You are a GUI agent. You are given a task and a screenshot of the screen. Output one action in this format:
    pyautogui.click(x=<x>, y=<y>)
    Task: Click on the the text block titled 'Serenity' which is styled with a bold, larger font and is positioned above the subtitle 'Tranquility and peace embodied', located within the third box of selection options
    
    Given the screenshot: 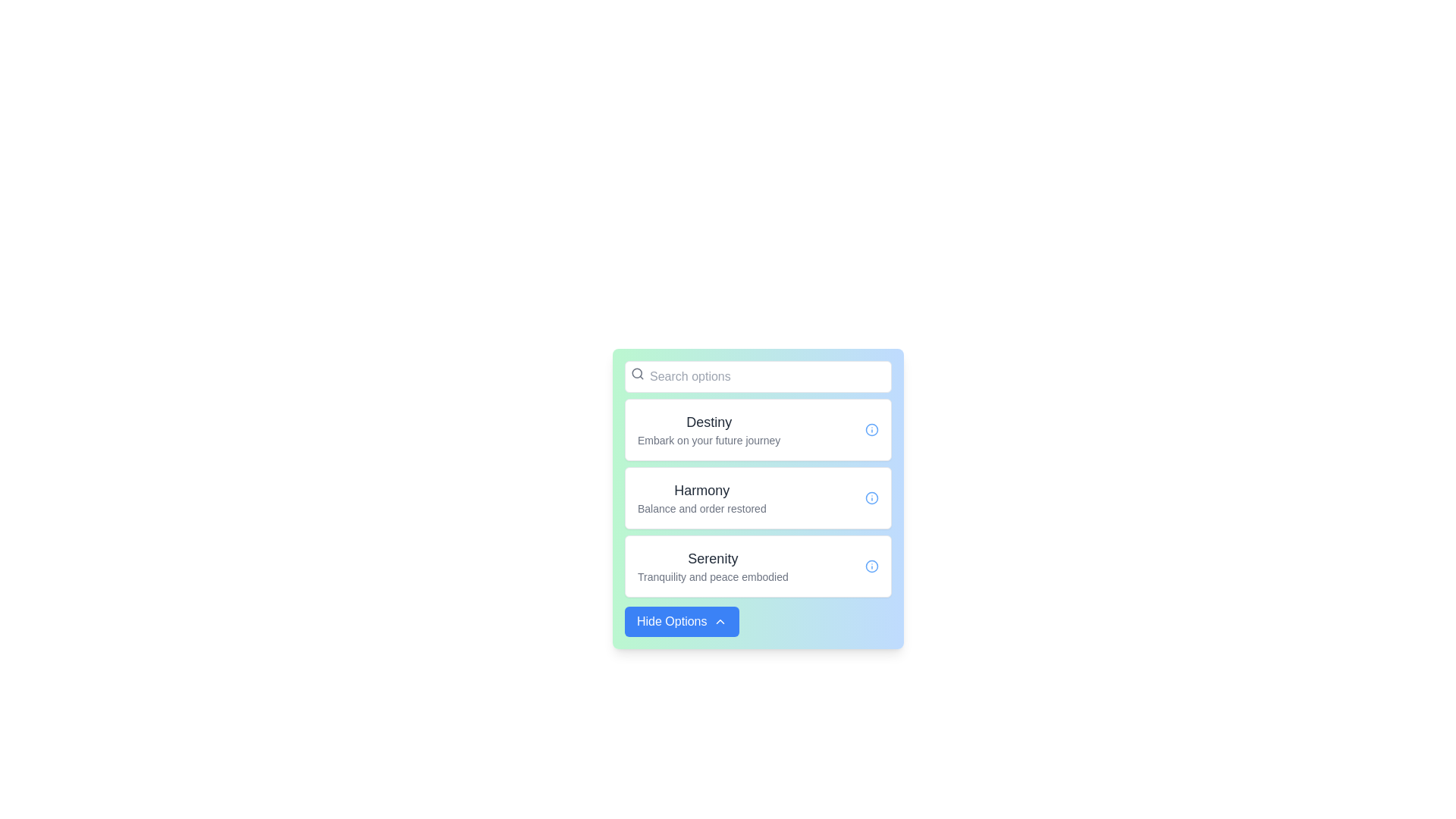 What is the action you would take?
    pyautogui.click(x=712, y=566)
    